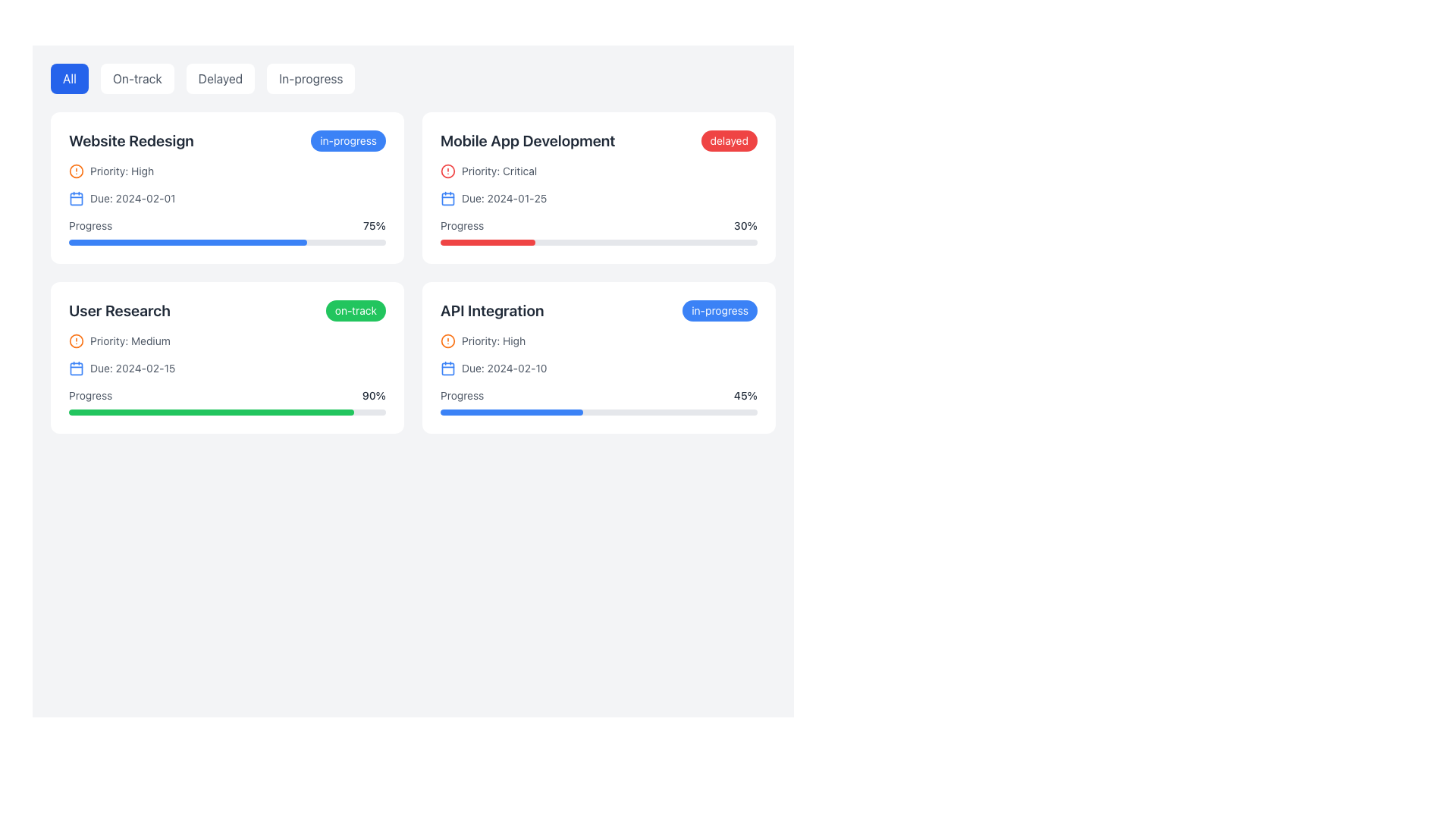  What do you see at coordinates (68, 79) in the screenshot?
I see `the first button on the left in the horizontal arrangement` at bounding box center [68, 79].